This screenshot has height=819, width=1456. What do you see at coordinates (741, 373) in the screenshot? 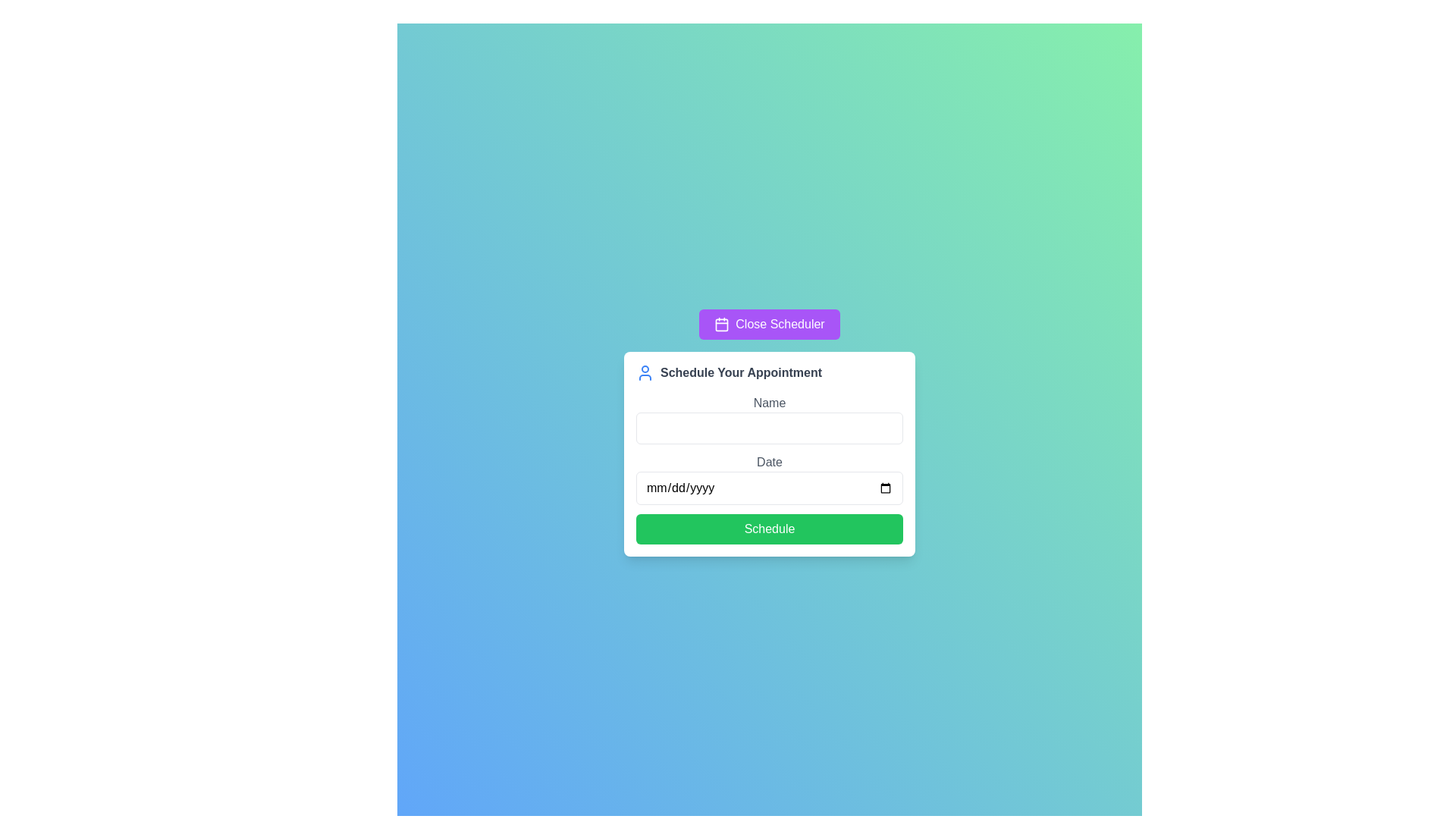
I see `the static text label reading 'Schedule Your Appointment', which is styled with bold gray characters and located at the top of the scheduler interface` at bounding box center [741, 373].